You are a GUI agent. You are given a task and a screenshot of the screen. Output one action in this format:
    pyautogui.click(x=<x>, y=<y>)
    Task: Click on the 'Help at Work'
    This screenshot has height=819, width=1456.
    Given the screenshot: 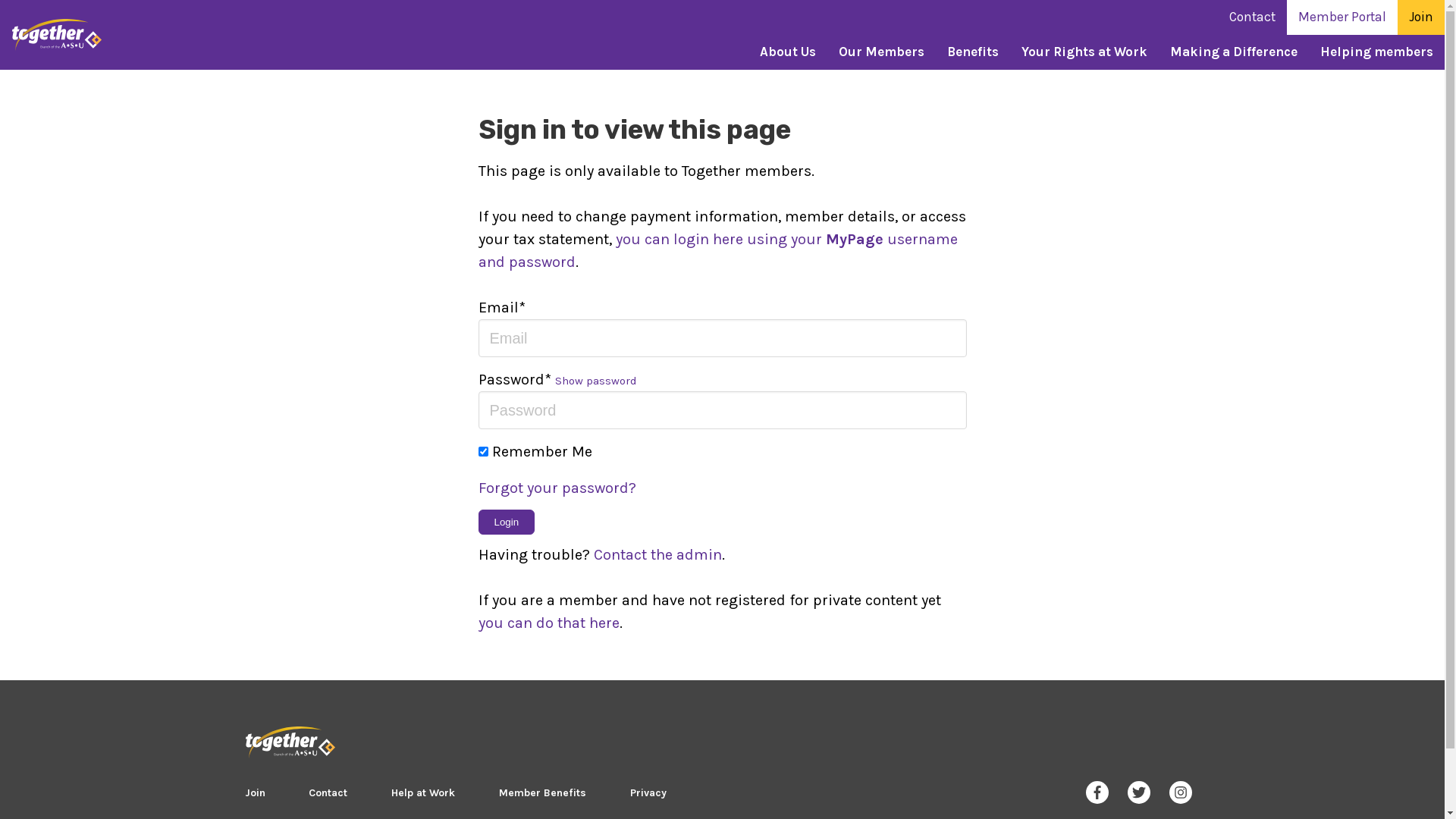 What is the action you would take?
    pyautogui.click(x=422, y=792)
    